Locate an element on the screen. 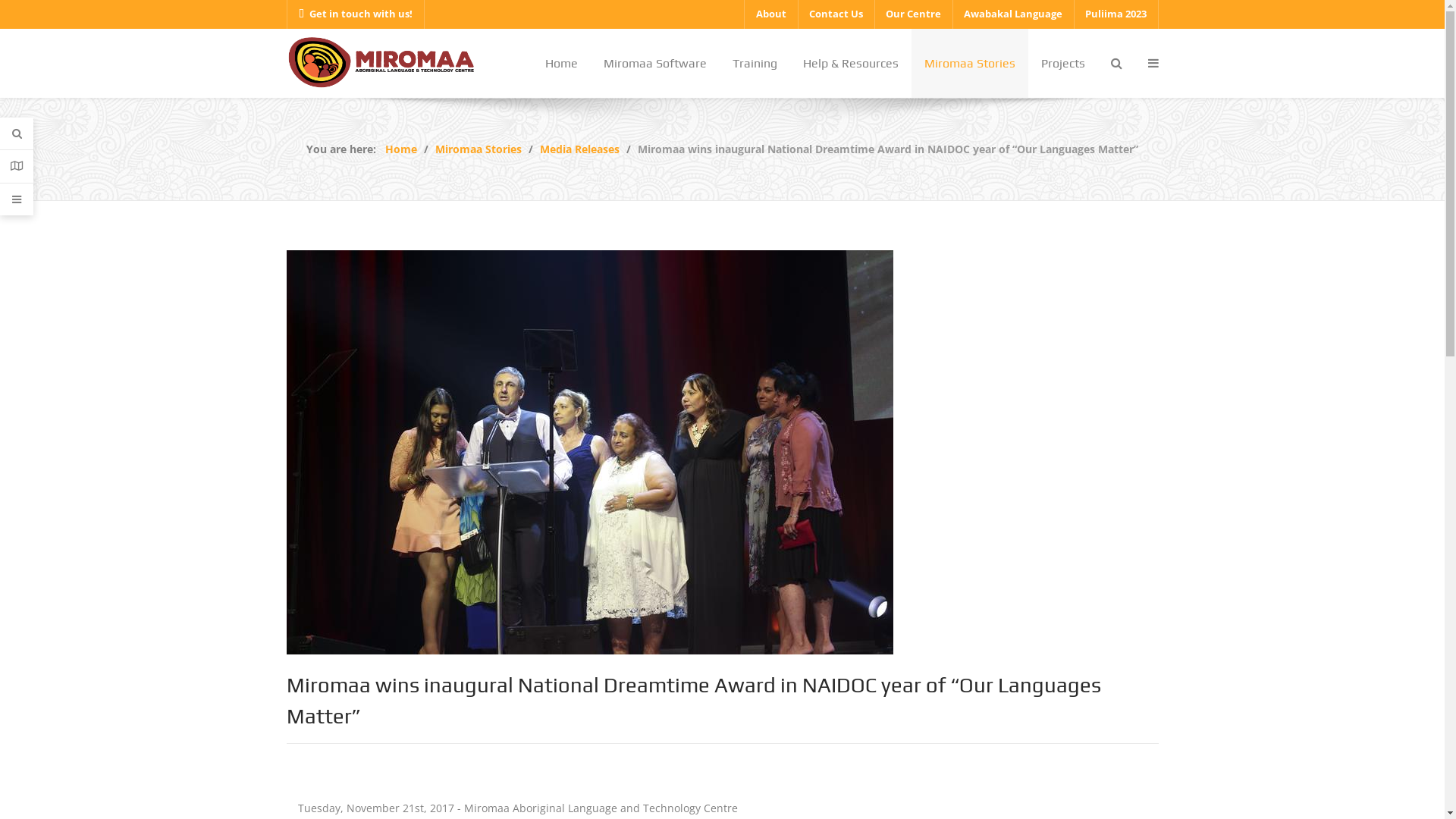 Image resolution: width=1456 pixels, height=819 pixels. 'Miromaa Software' is located at coordinates (654, 62).